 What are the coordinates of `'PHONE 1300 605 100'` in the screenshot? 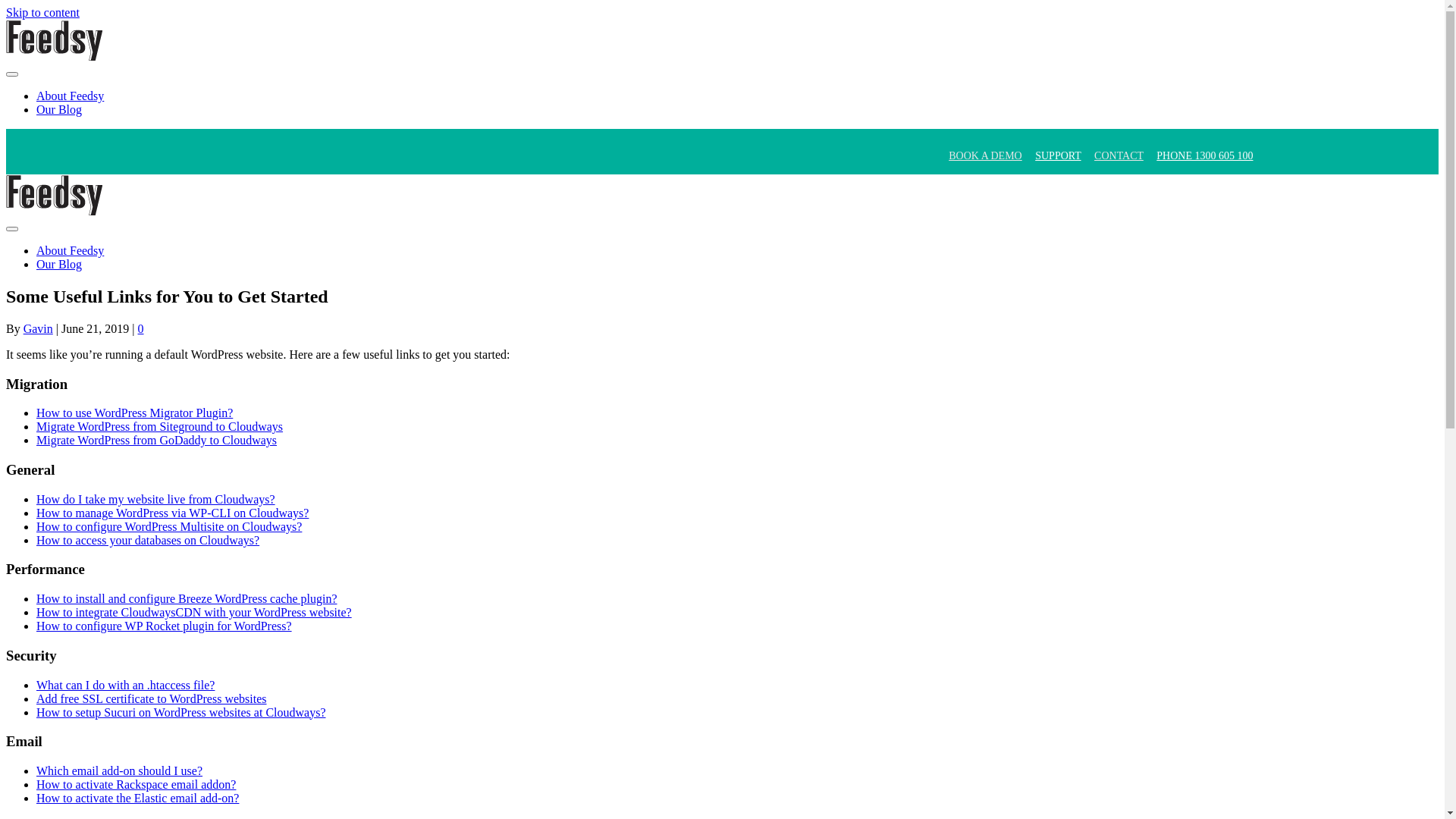 It's located at (1203, 155).